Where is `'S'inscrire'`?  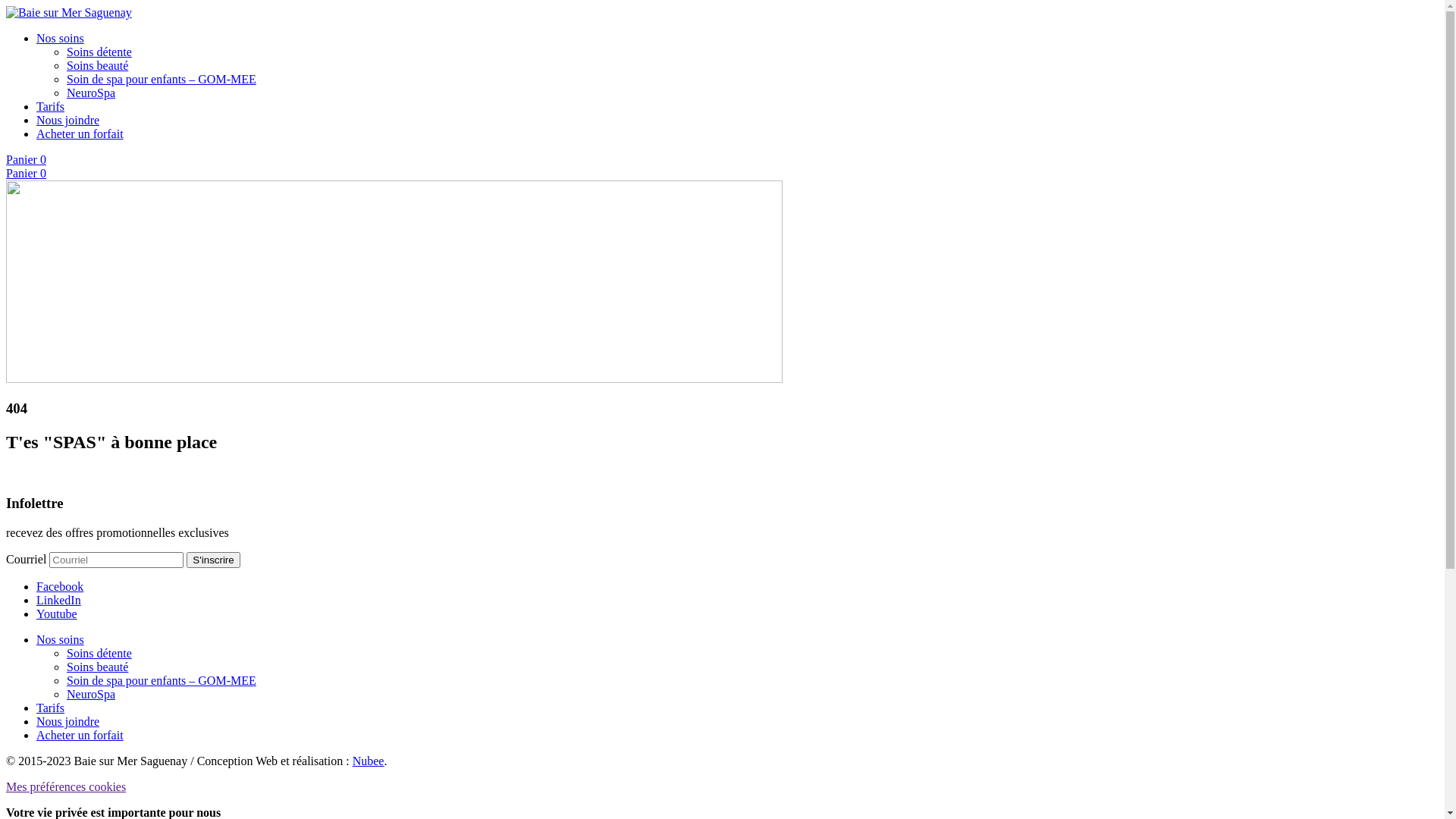 'S'inscrire' is located at coordinates (212, 560).